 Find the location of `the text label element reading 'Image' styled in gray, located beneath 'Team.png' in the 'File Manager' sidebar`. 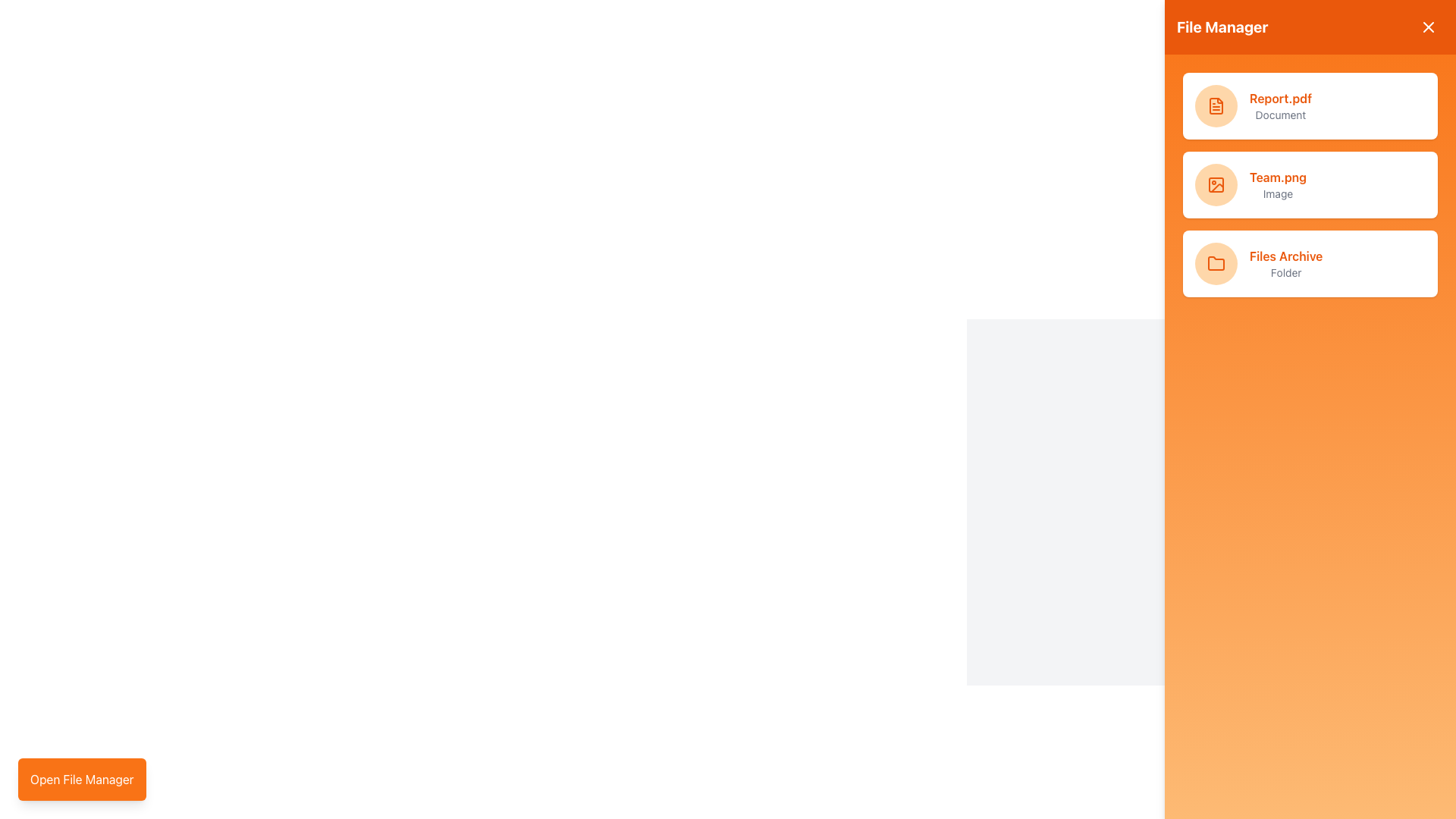

the text label element reading 'Image' styled in gray, located beneath 'Team.png' in the 'File Manager' sidebar is located at coordinates (1277, 193).